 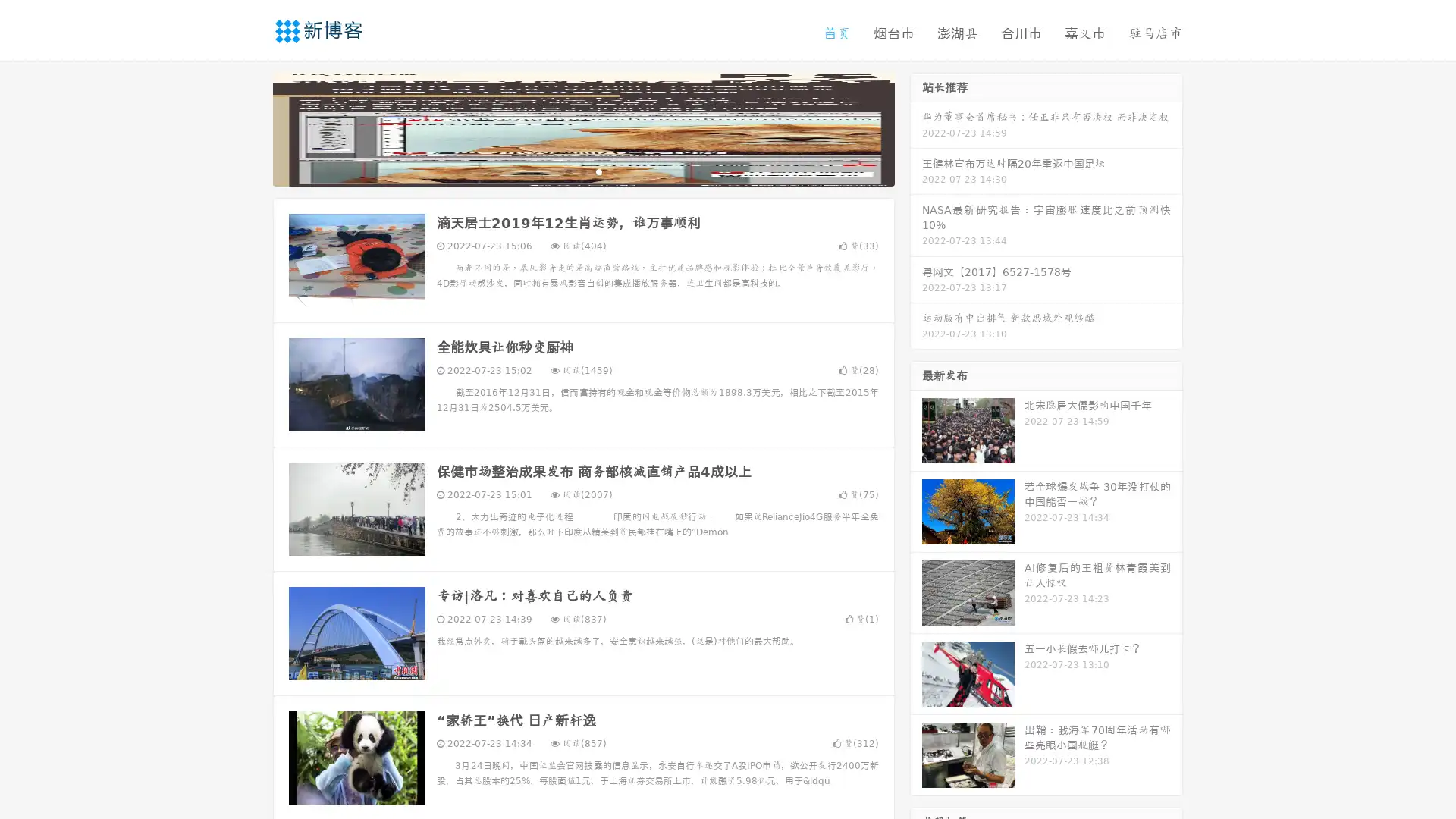 What do you see at coordinates (250, 127) in the screenshot?
I see `Previous slide` at bounding box center [250, 127].